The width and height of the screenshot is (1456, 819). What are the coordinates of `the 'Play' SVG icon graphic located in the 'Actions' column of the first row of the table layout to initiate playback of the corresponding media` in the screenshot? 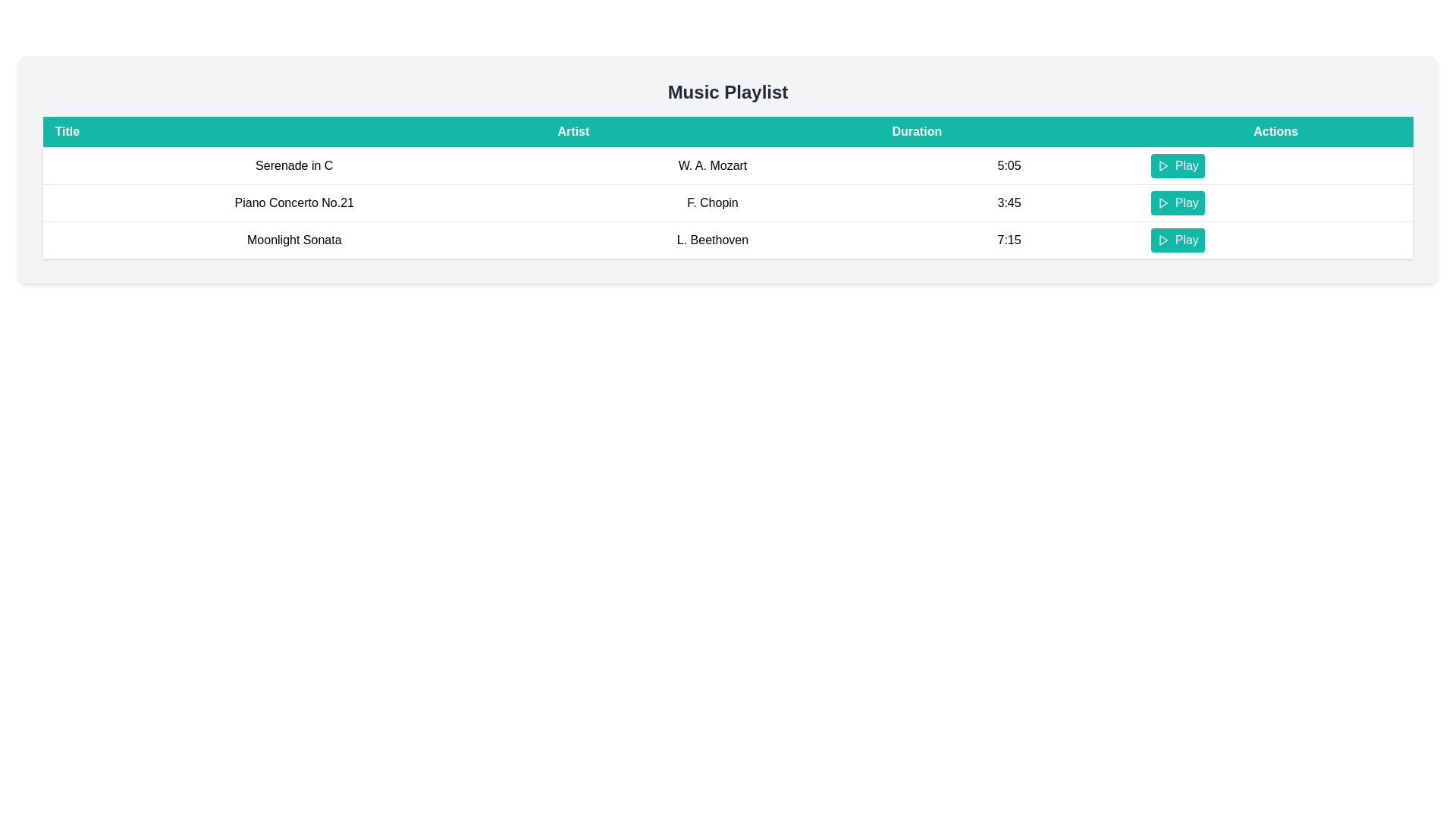 It's located at (1162, 166).